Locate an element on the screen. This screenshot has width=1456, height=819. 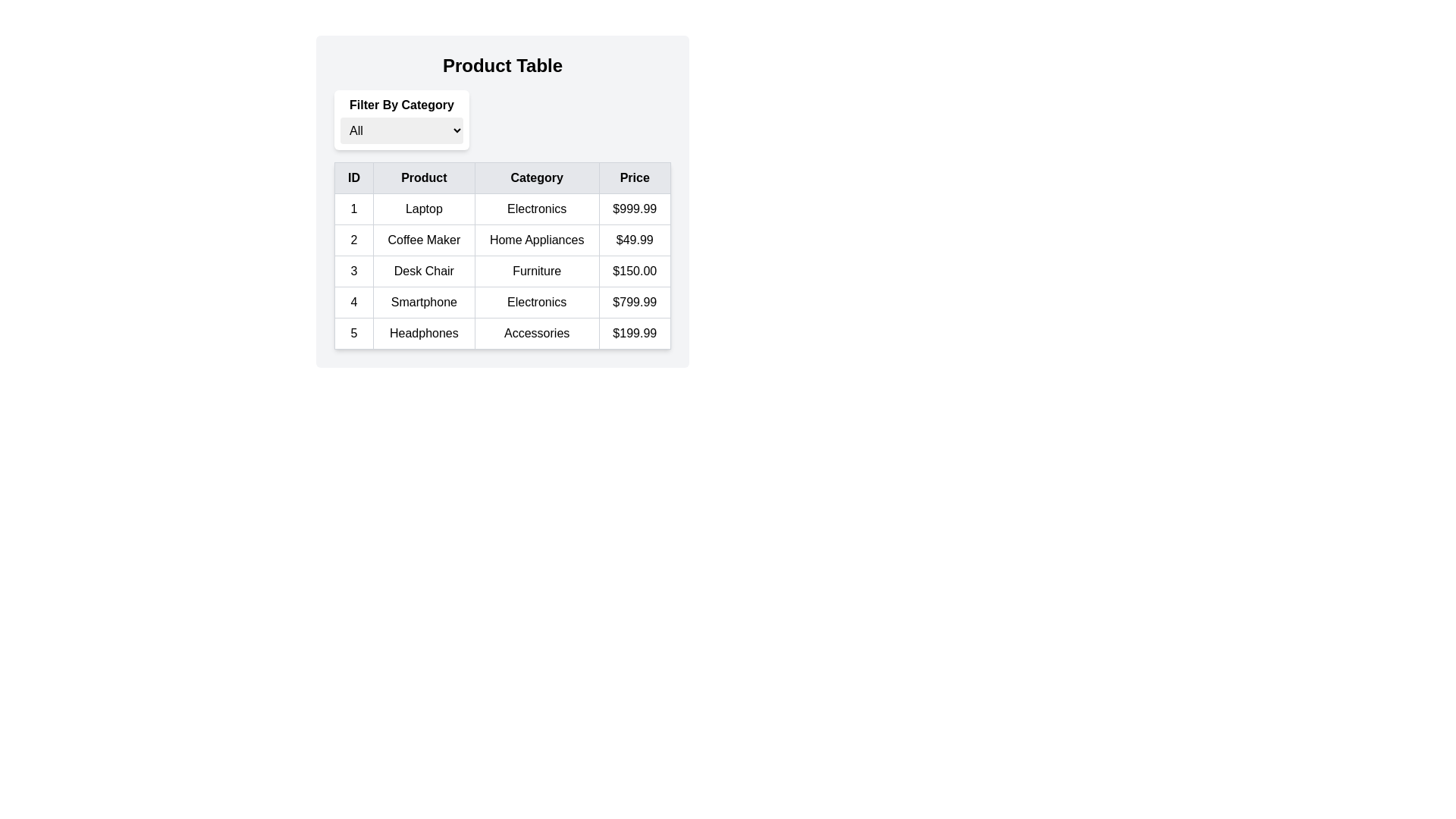
the static text cell containing the text '3' in the leftmost column of the third row of the table under the 'ID' column is located at coordinates (353, 271).